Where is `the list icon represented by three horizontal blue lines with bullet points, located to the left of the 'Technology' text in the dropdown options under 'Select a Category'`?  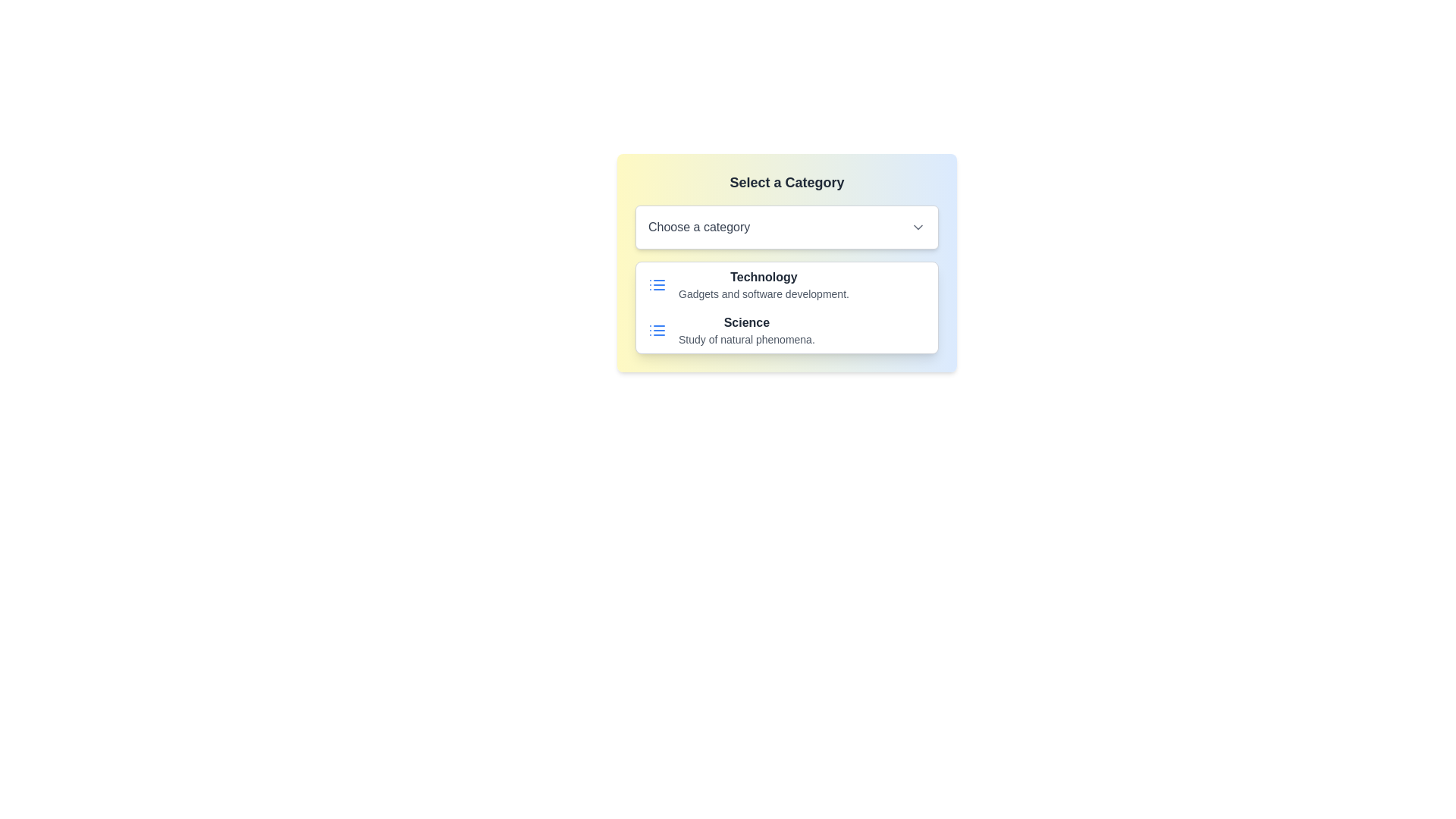 the list icon represented by three horizontal blue lines with bullet points, located to the left of the 'Technology' text in the dropdown options under 'Select a Category' is located at coordinates (657, 284).